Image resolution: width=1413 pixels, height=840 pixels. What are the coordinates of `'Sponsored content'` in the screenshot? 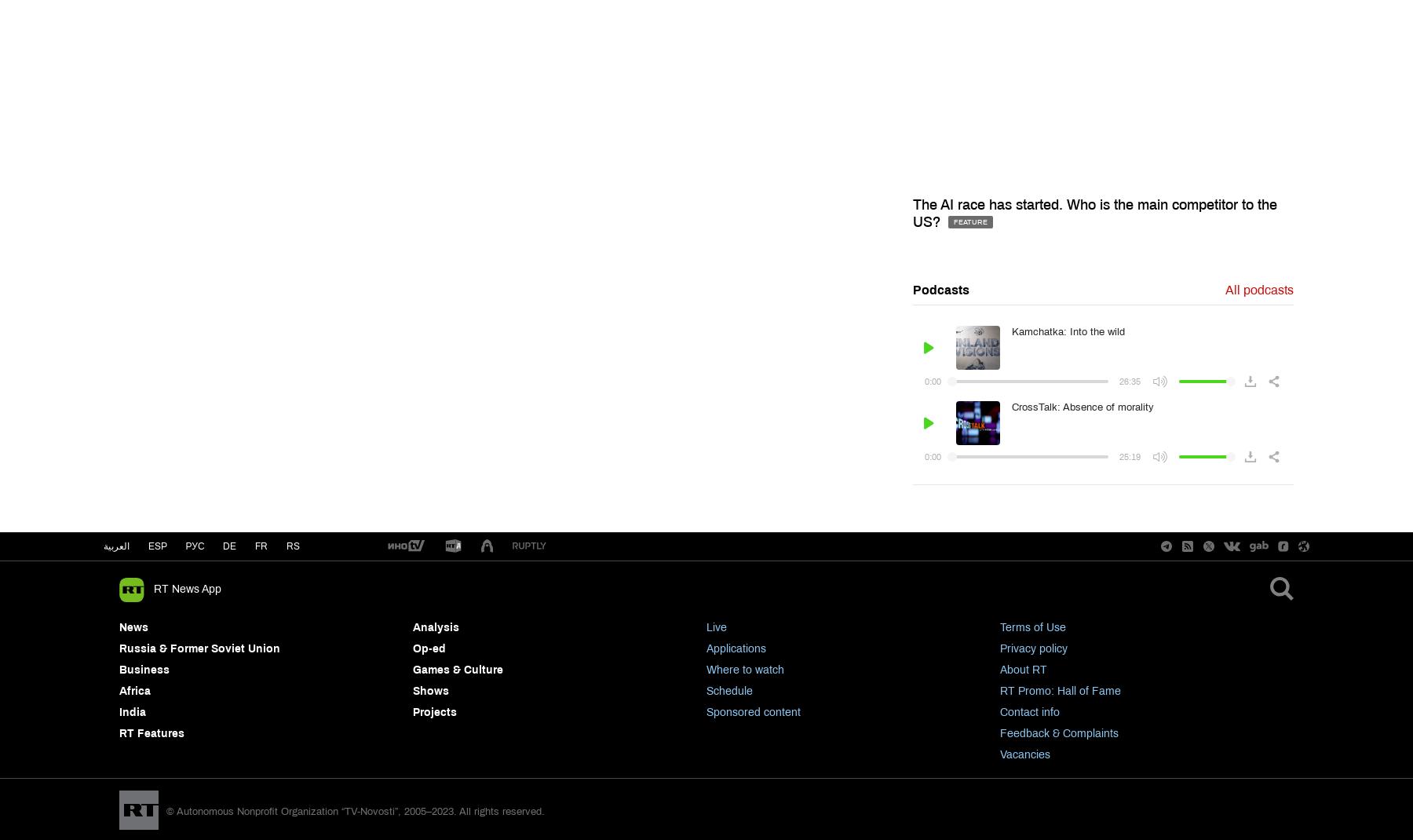 It's located at (752, 711).